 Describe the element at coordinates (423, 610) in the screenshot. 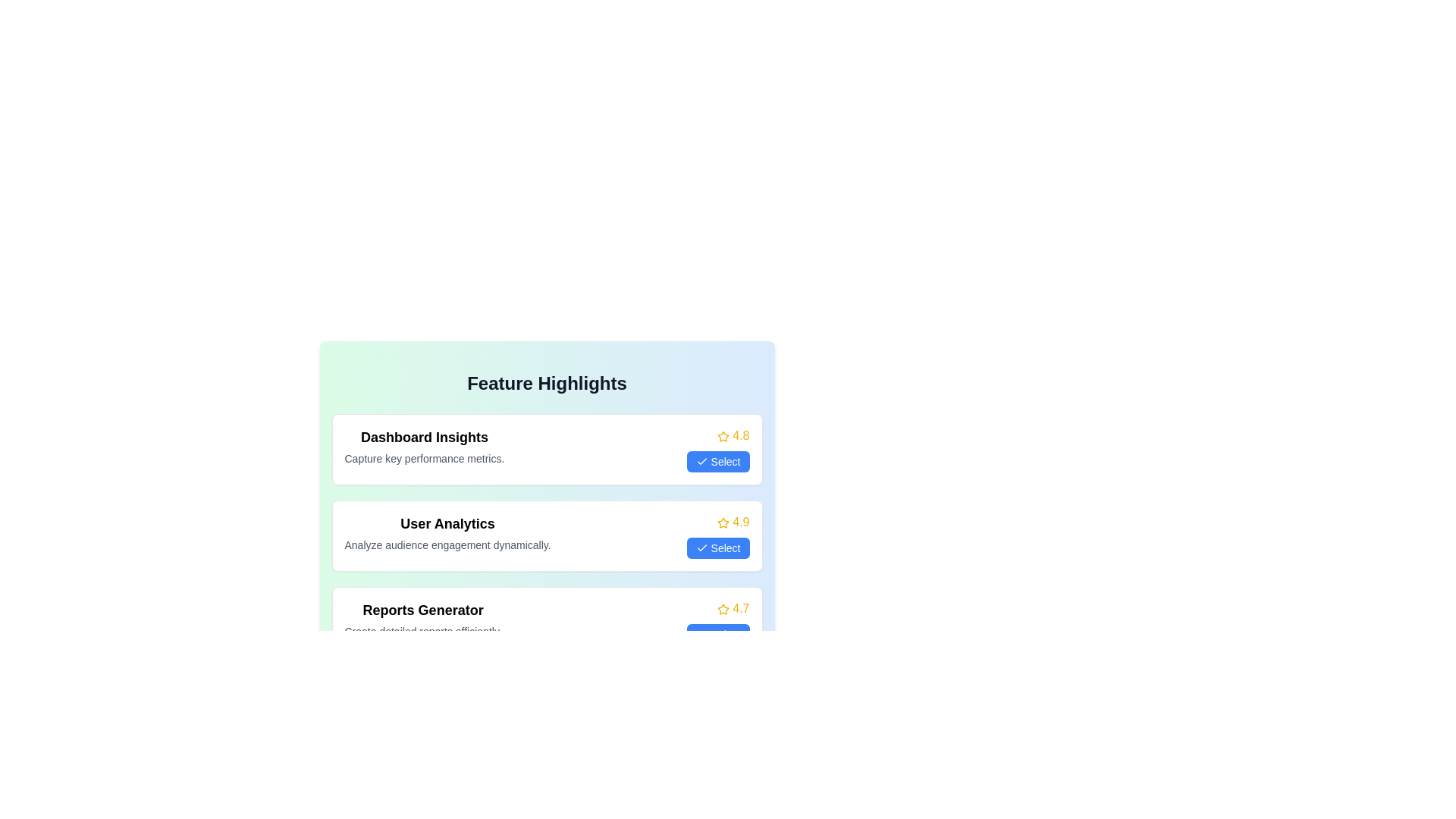

I see `the text of Reports Generator to read the full description` at that location.